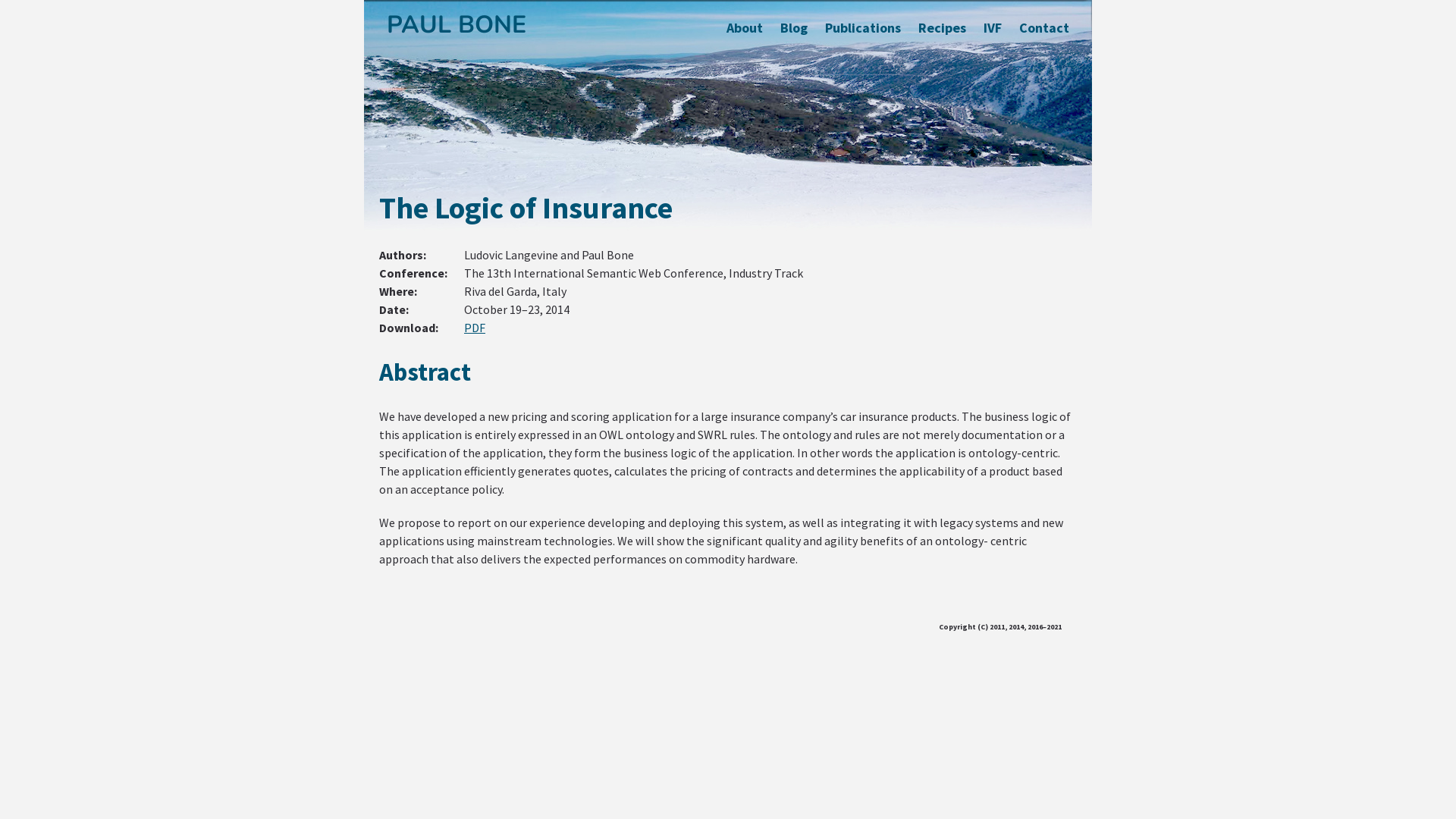 This screenshot has width=1456, height=819. I want to click on 'Recipes', so click(941, 27).